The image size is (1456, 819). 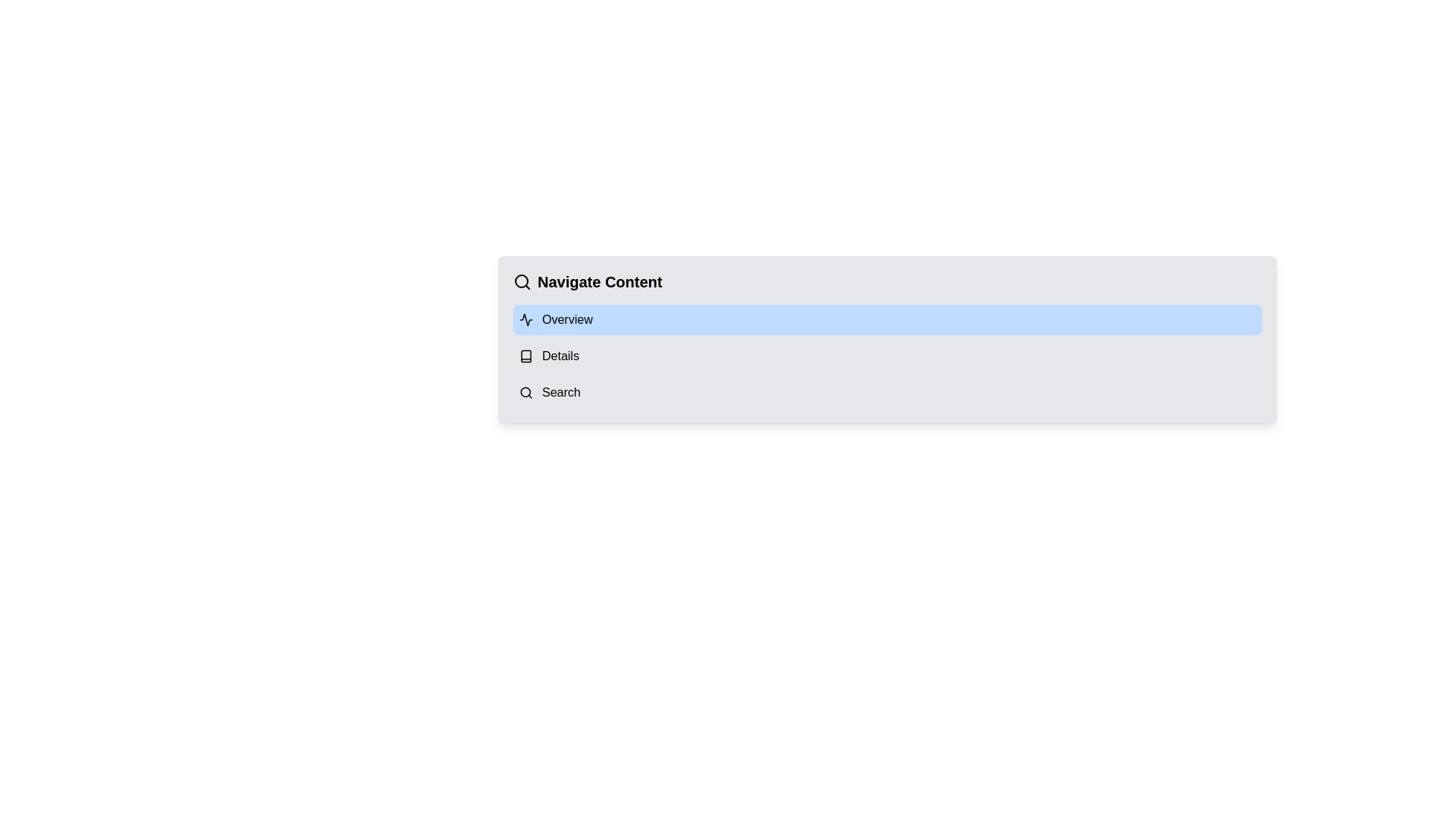 I want to click on the 'Details' text label, which is styled in black on a light gray background and located under the 'Navigate Content' header, so click(x=560, y=356).